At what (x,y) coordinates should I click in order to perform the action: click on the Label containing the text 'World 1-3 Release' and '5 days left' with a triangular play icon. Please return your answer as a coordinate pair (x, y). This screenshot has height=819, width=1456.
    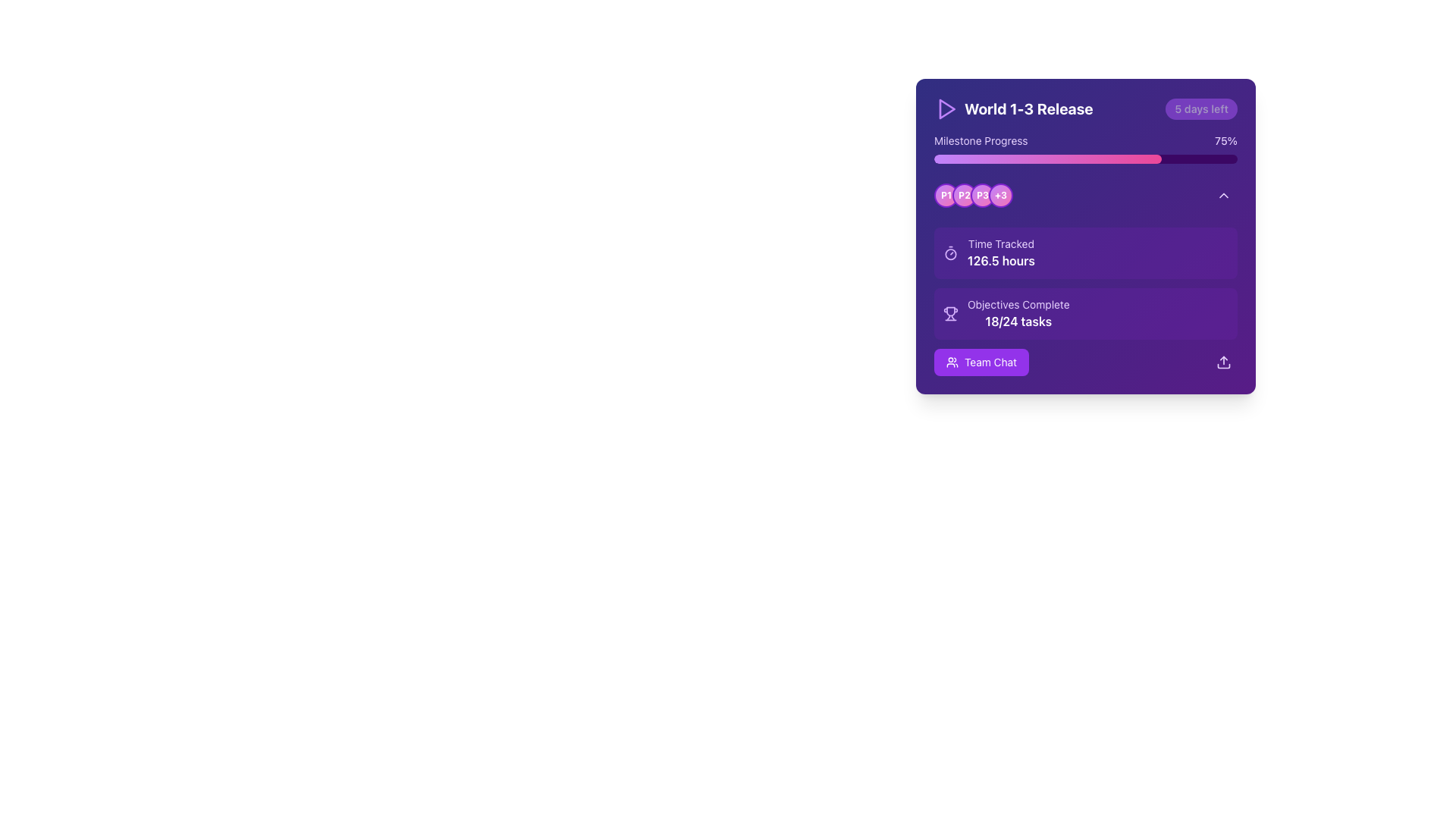
    Looking at the image, I should click on (1084, 108).